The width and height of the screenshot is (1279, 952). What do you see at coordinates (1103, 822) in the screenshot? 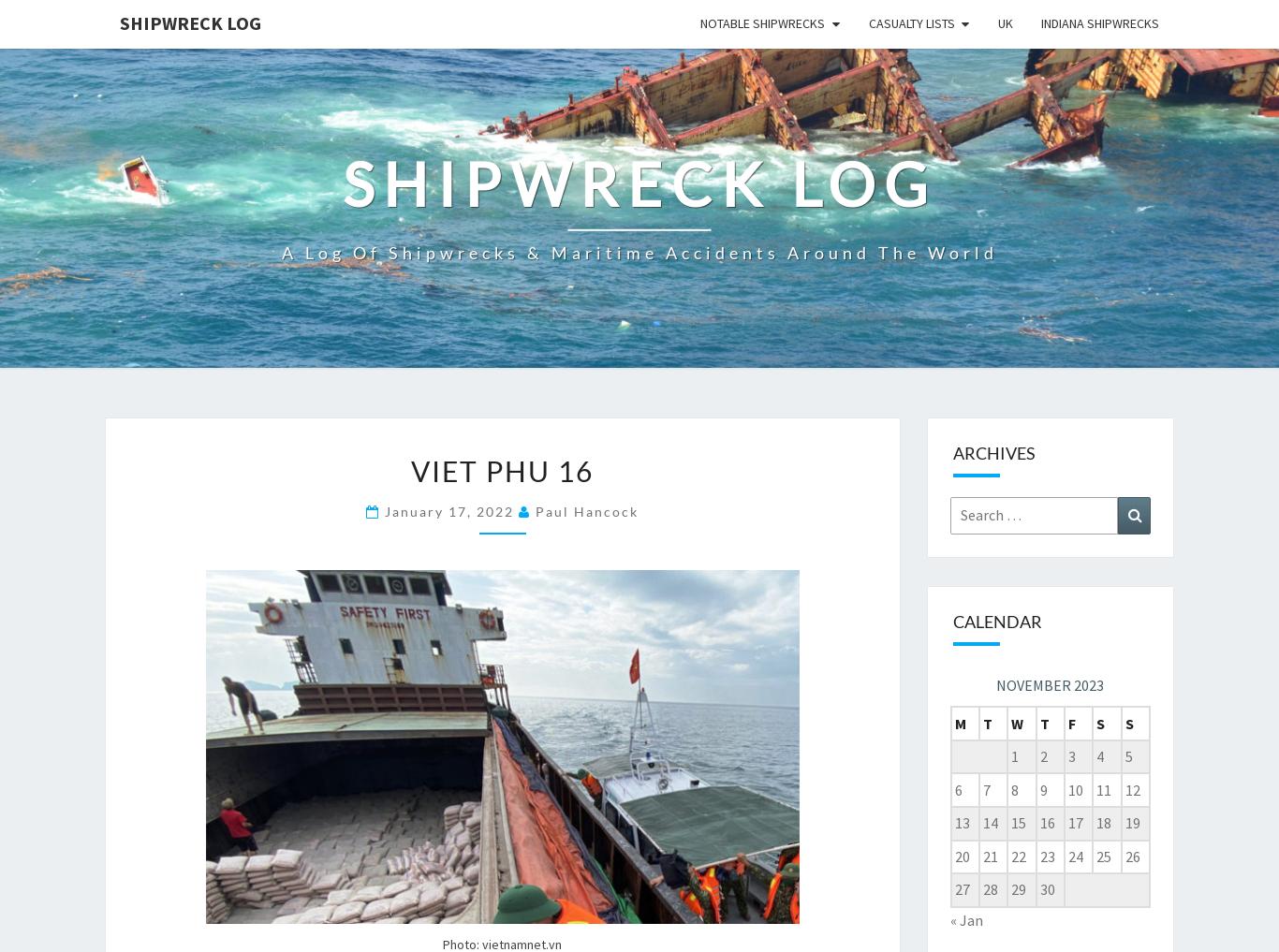
I see `'18'` at bounding box center [1103, 822].